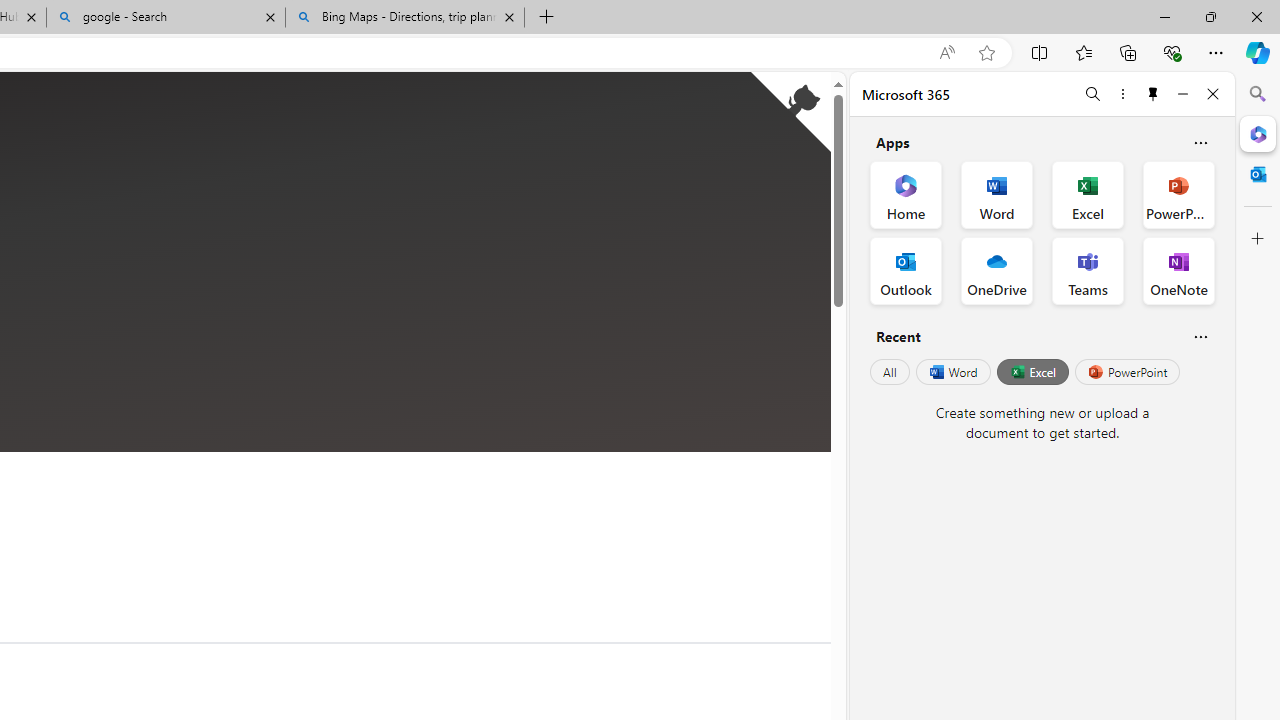  Describe the element at coordinates (1087, 271) in the screenshot. I see `'Teams Office App'` at that location.